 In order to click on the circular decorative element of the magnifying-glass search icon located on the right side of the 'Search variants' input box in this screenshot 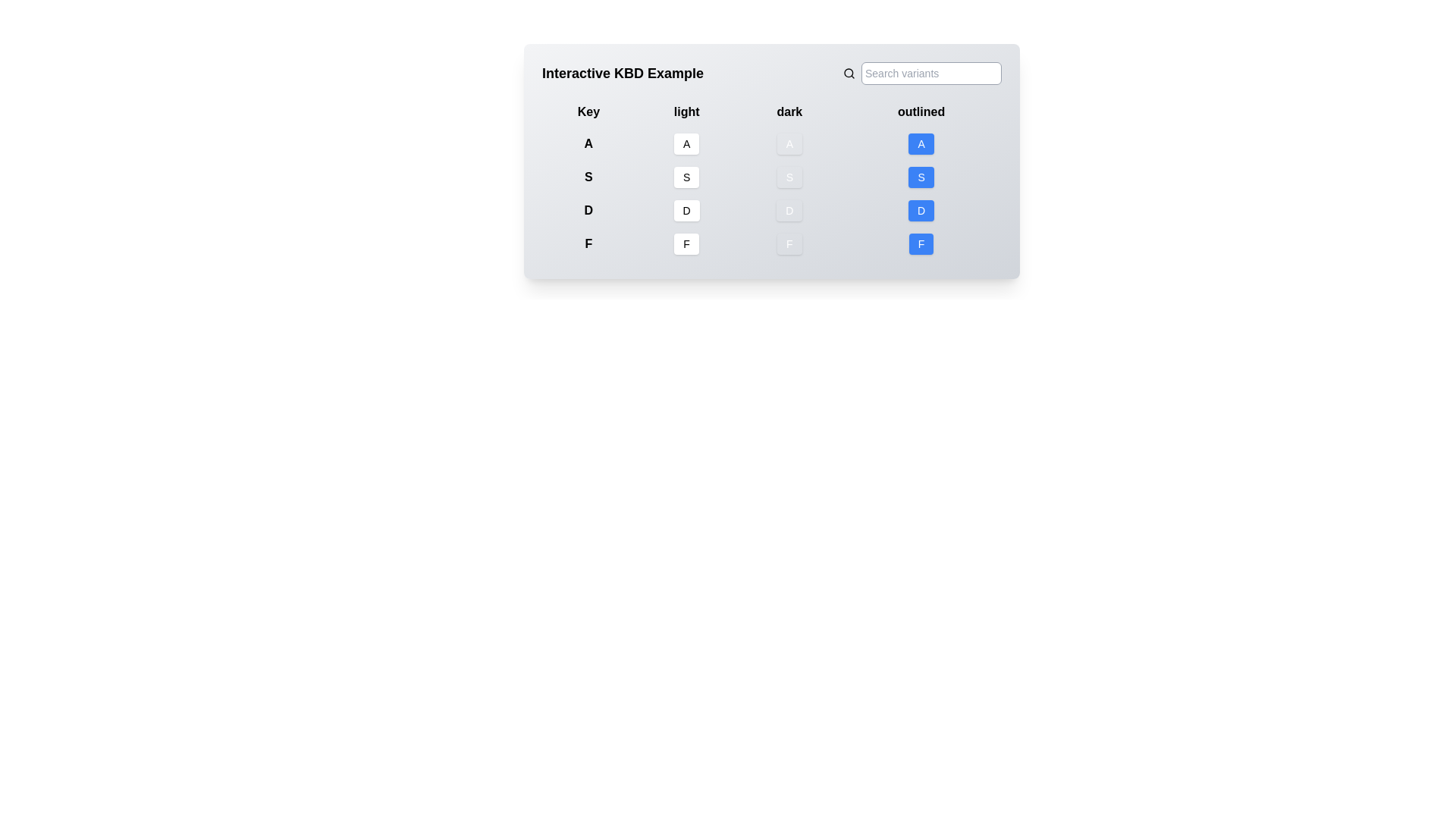, I will do `click(848, 73)`.